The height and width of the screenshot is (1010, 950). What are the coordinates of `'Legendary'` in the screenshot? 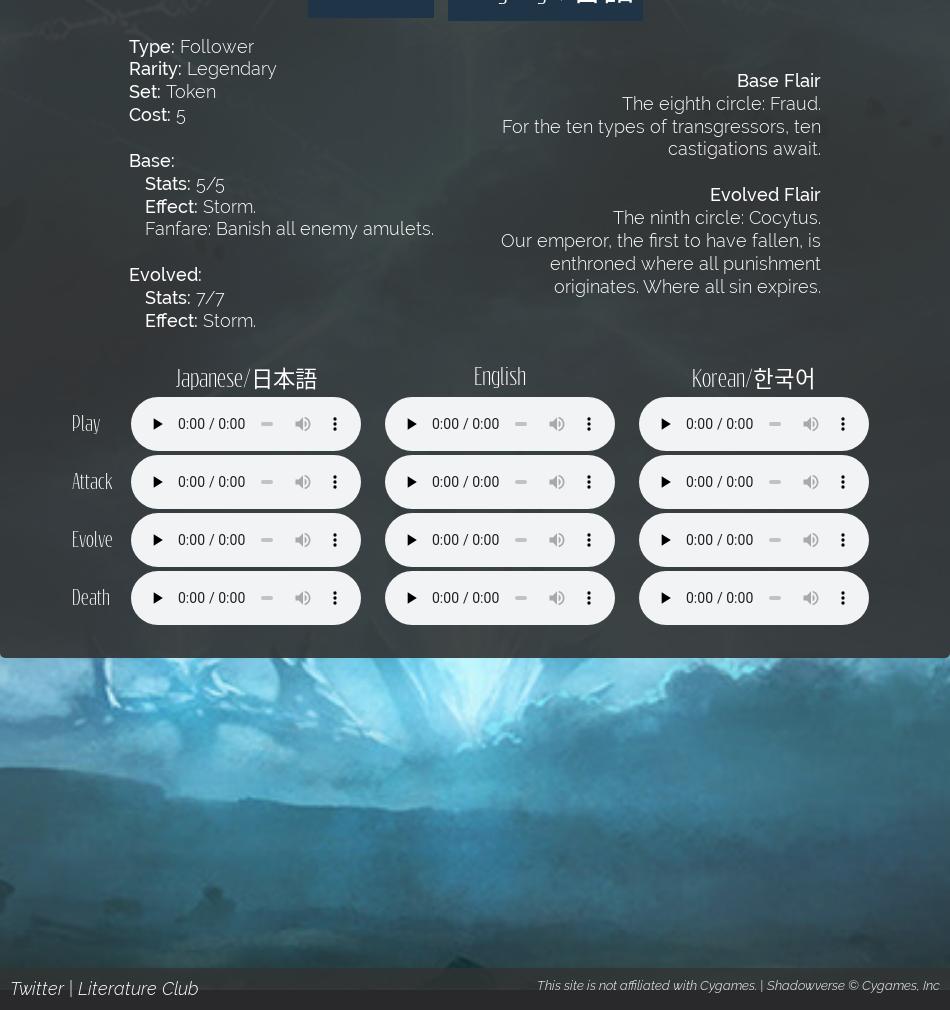 It's located at (229, 67).